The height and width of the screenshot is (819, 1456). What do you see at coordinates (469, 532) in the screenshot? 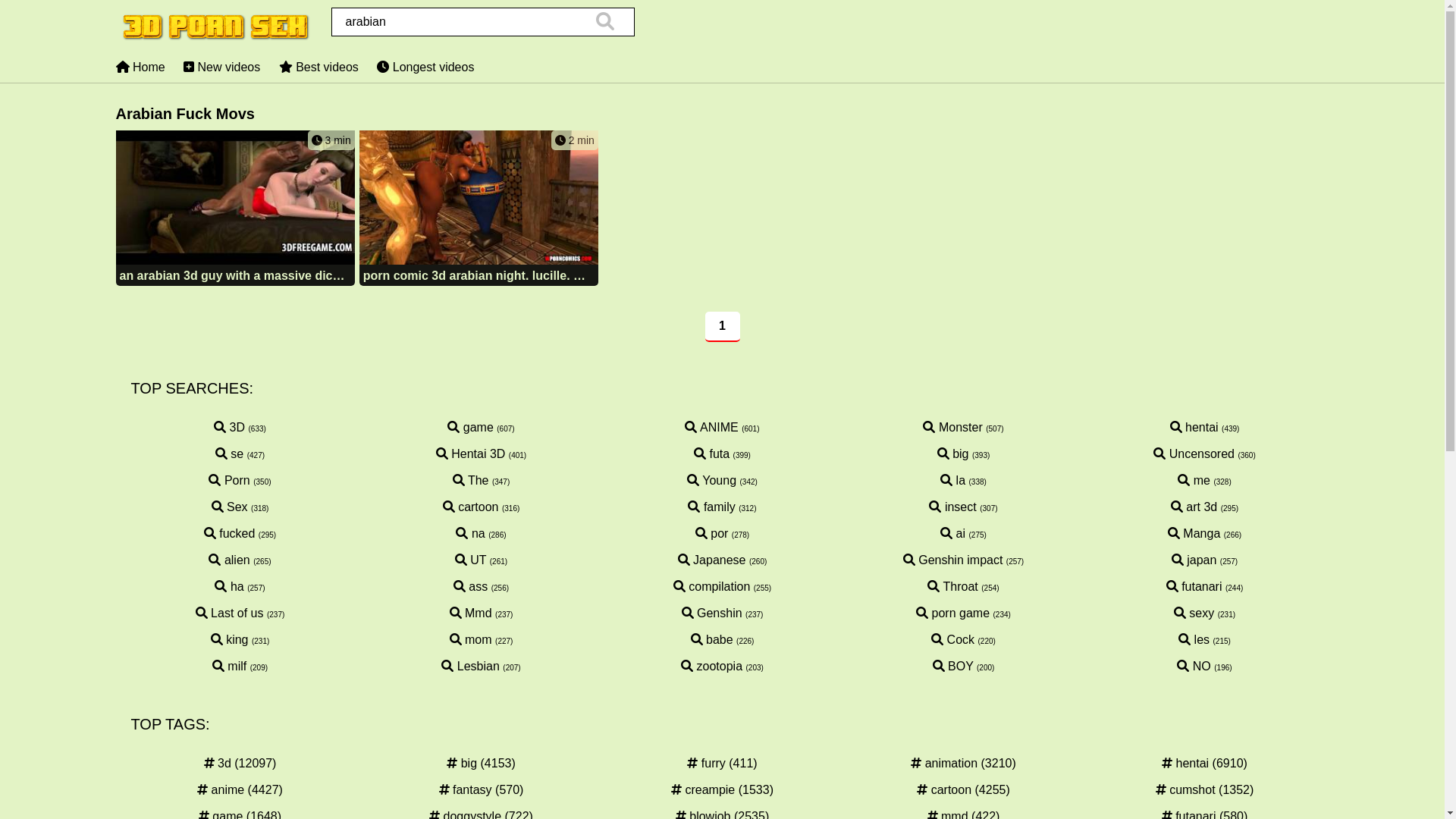
I see `'na'` at bounding box center [469, 532].